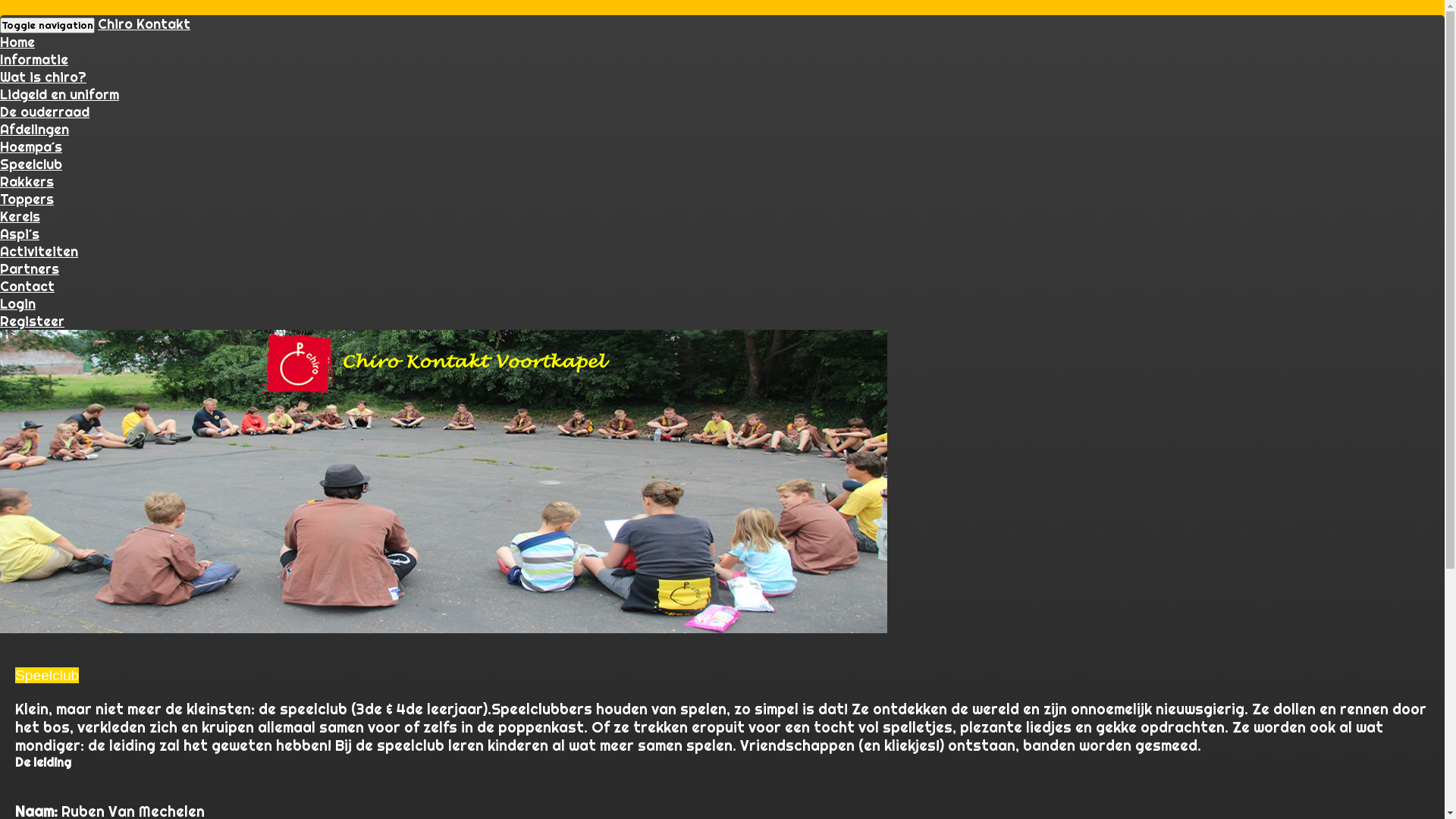  Describe the element at coordinates (20, 216) in the screenshot. I see `'Kerels'` at that location.